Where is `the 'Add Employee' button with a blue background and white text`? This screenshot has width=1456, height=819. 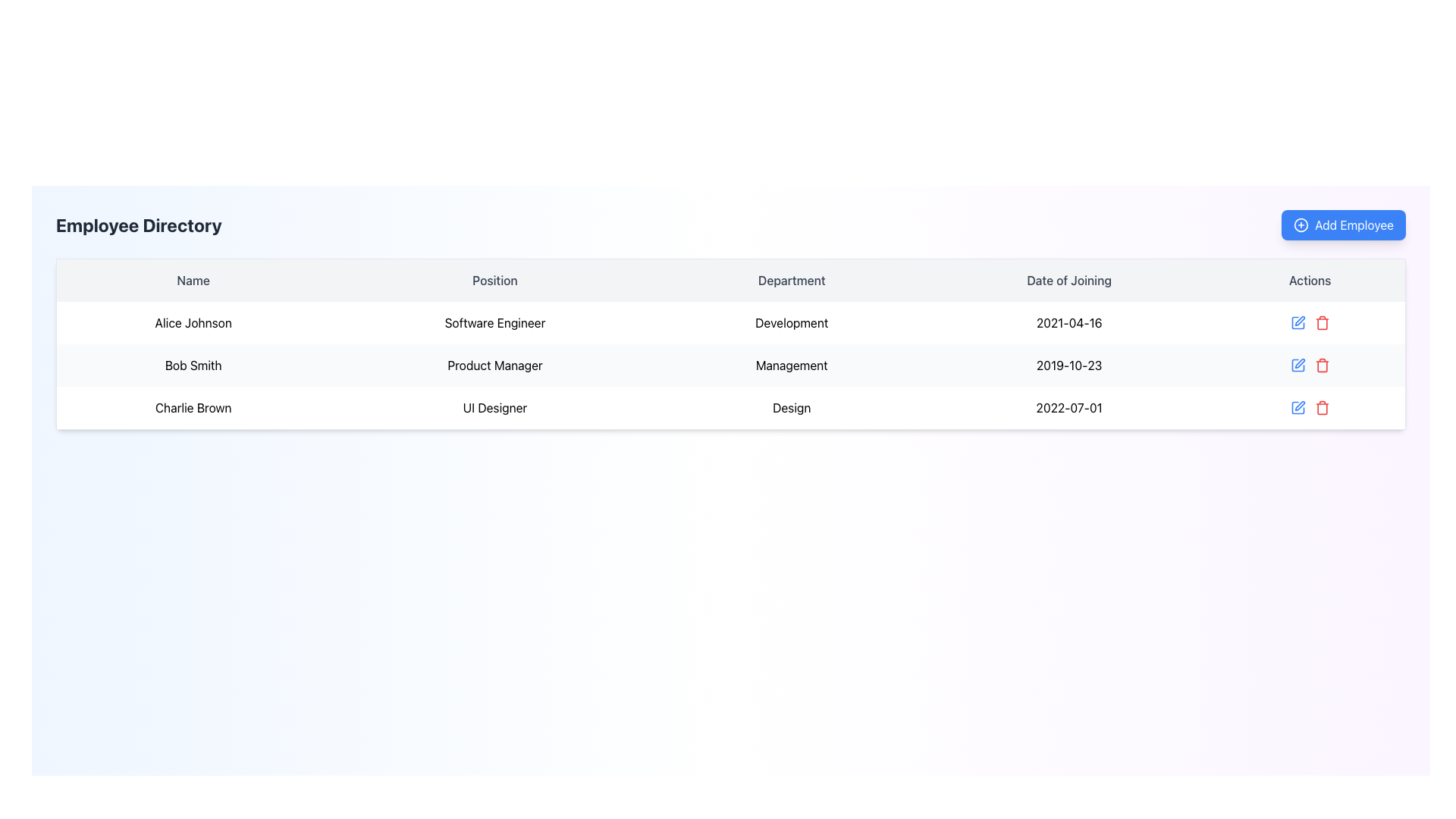 the 'Add Employee' button with a blue background and white text is located at coordinates (1344, 225).